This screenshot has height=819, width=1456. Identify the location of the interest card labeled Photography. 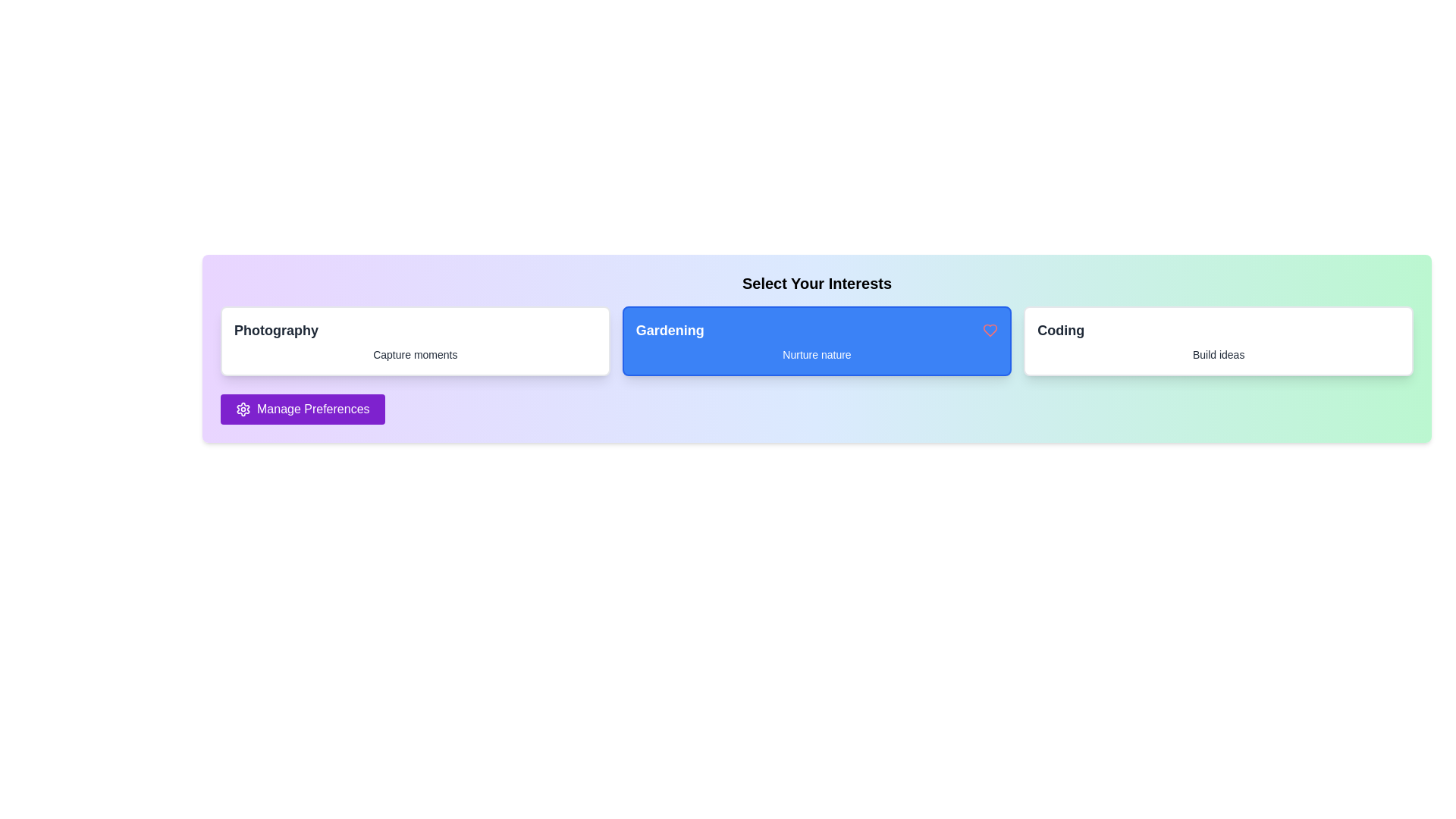
(415, 341).